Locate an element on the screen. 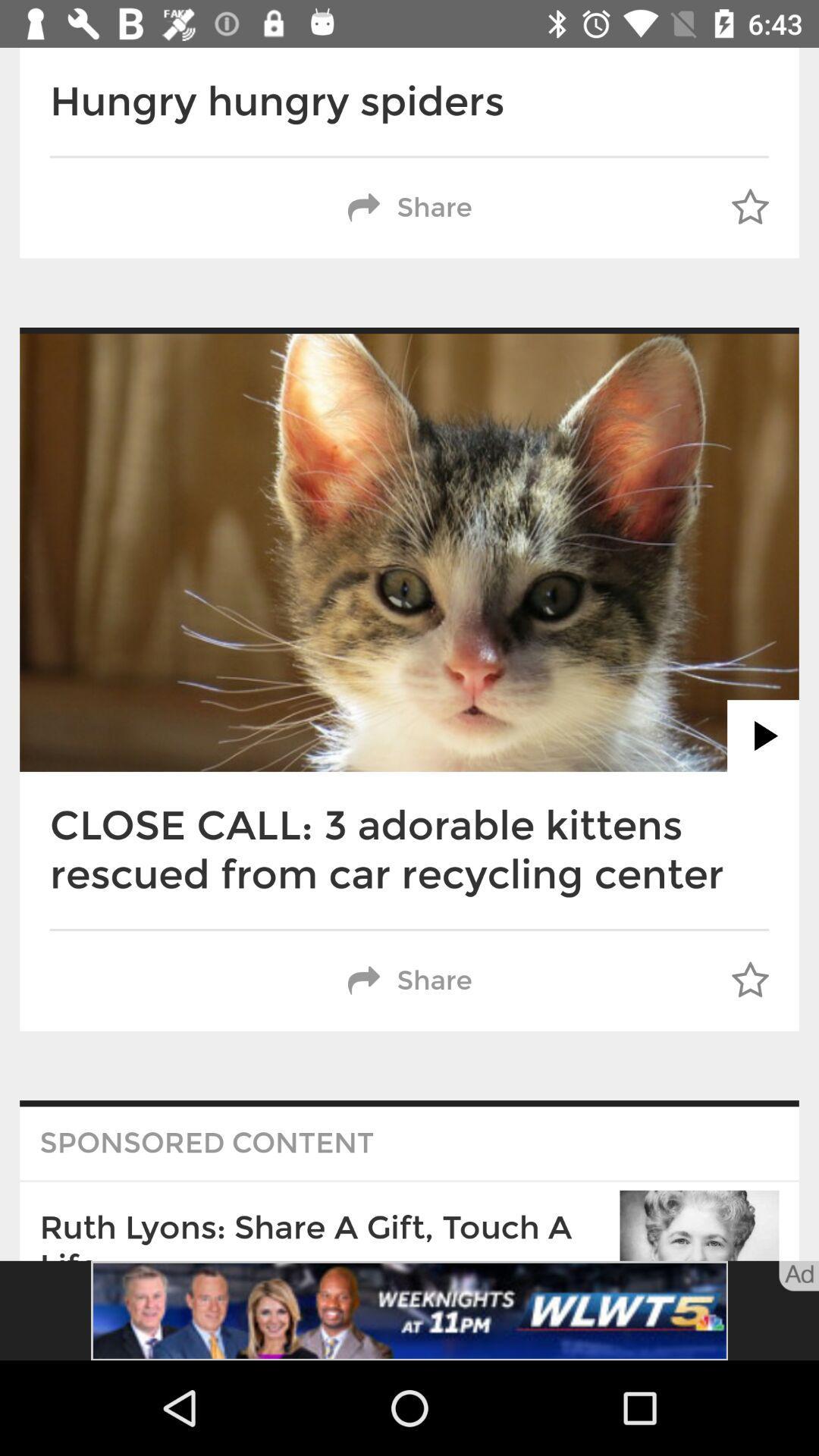 The width and height of the screenshot is (819, 1456). the button right to the share button is located at coordinates (751, 207).